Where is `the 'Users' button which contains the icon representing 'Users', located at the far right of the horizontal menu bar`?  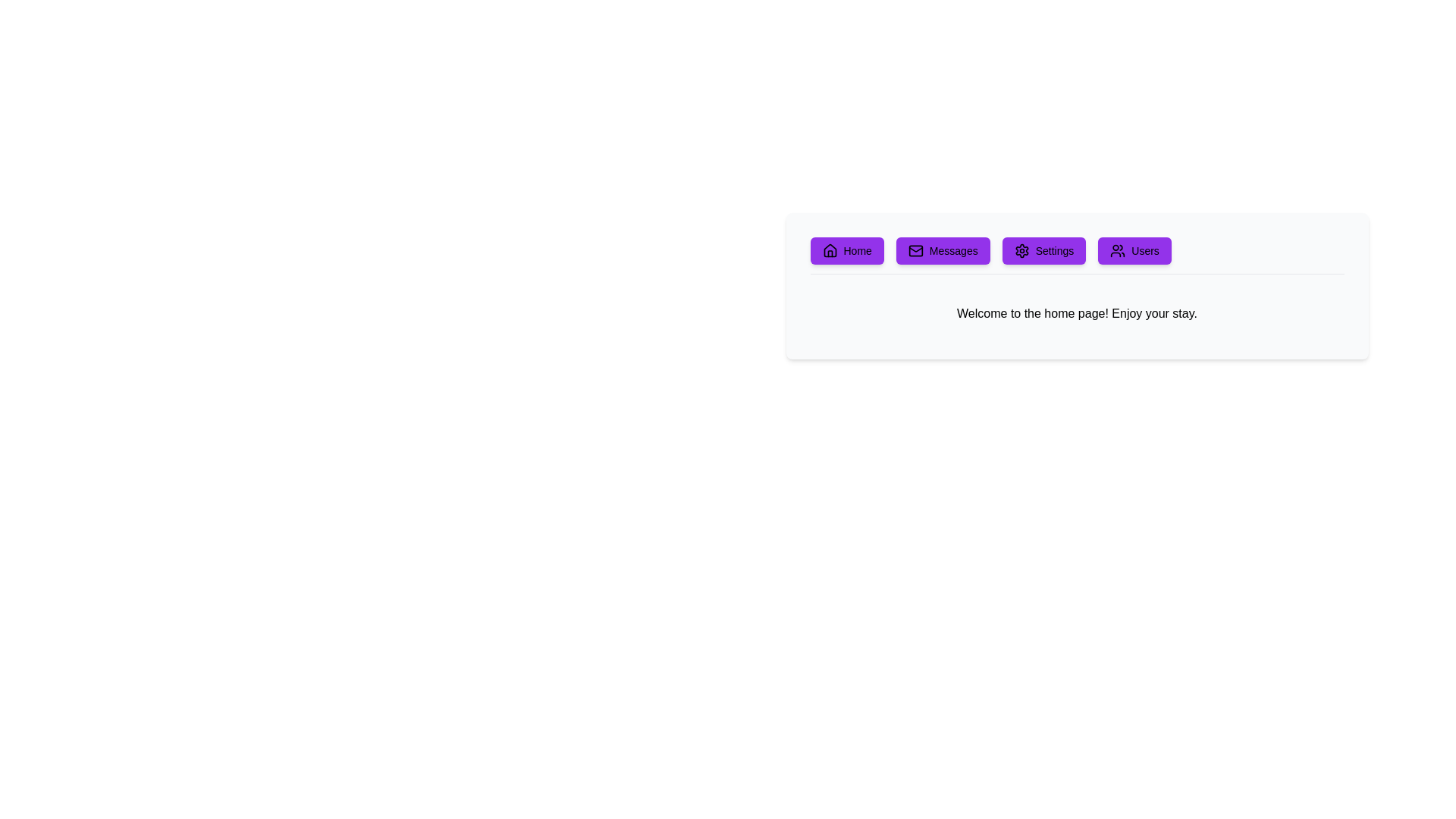
the 'Users' button which contains the icon representing 'Users', located at the far right of the horizontal menu bar is located at coordinates (1117, 250).